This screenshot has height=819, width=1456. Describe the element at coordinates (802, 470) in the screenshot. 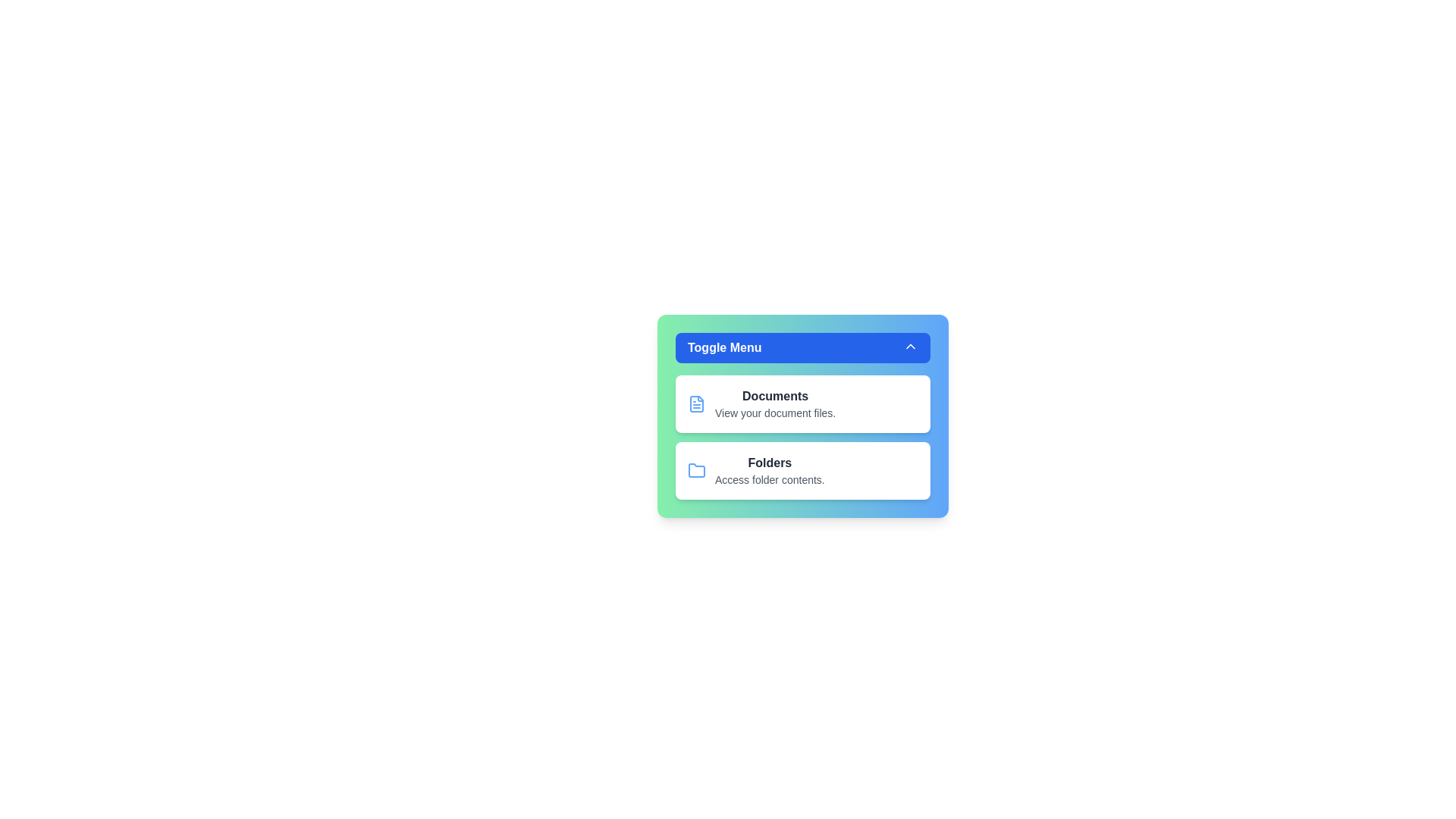

I see `the menu item Folders to trigger its action` at that location.